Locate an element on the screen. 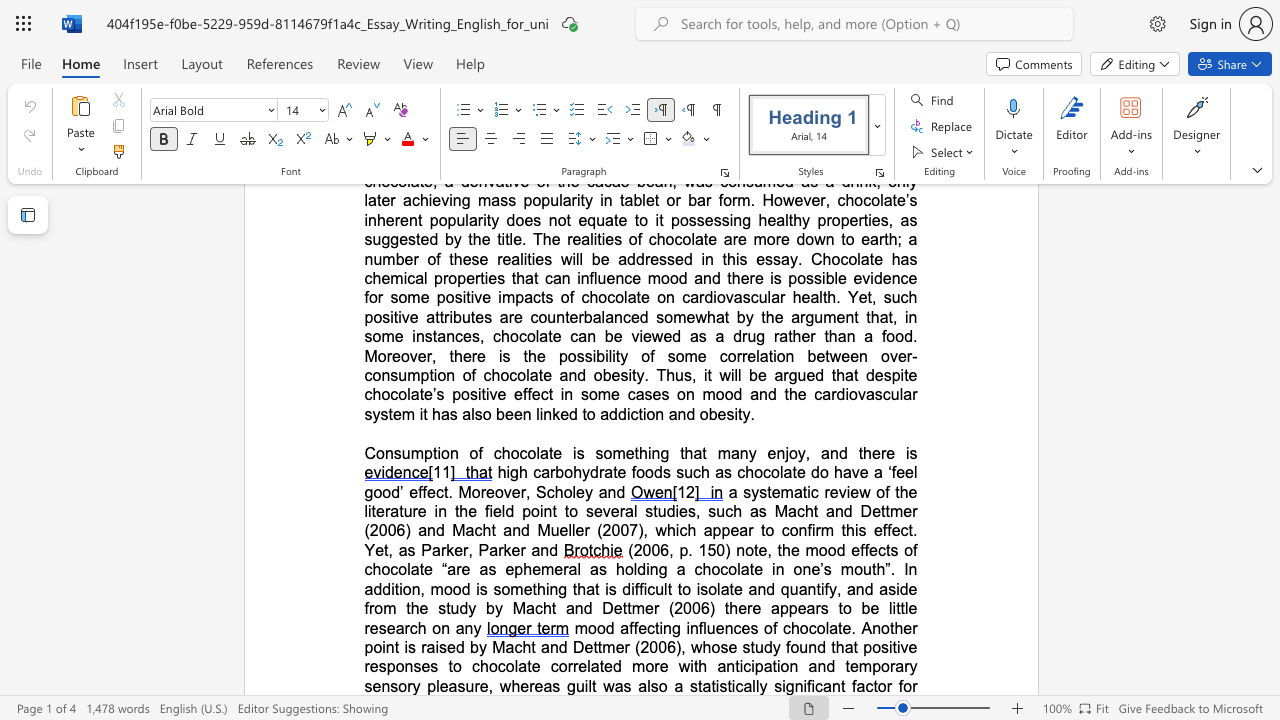  the subset text "th" within the text "mood affecting influences of chocolate. Another point is raised by Macht and Dettmer (2006), whose study found that positive responses to chocolate correlated more with anticipation and temporary sensory pleasure," is located at coordinates (831, 647).